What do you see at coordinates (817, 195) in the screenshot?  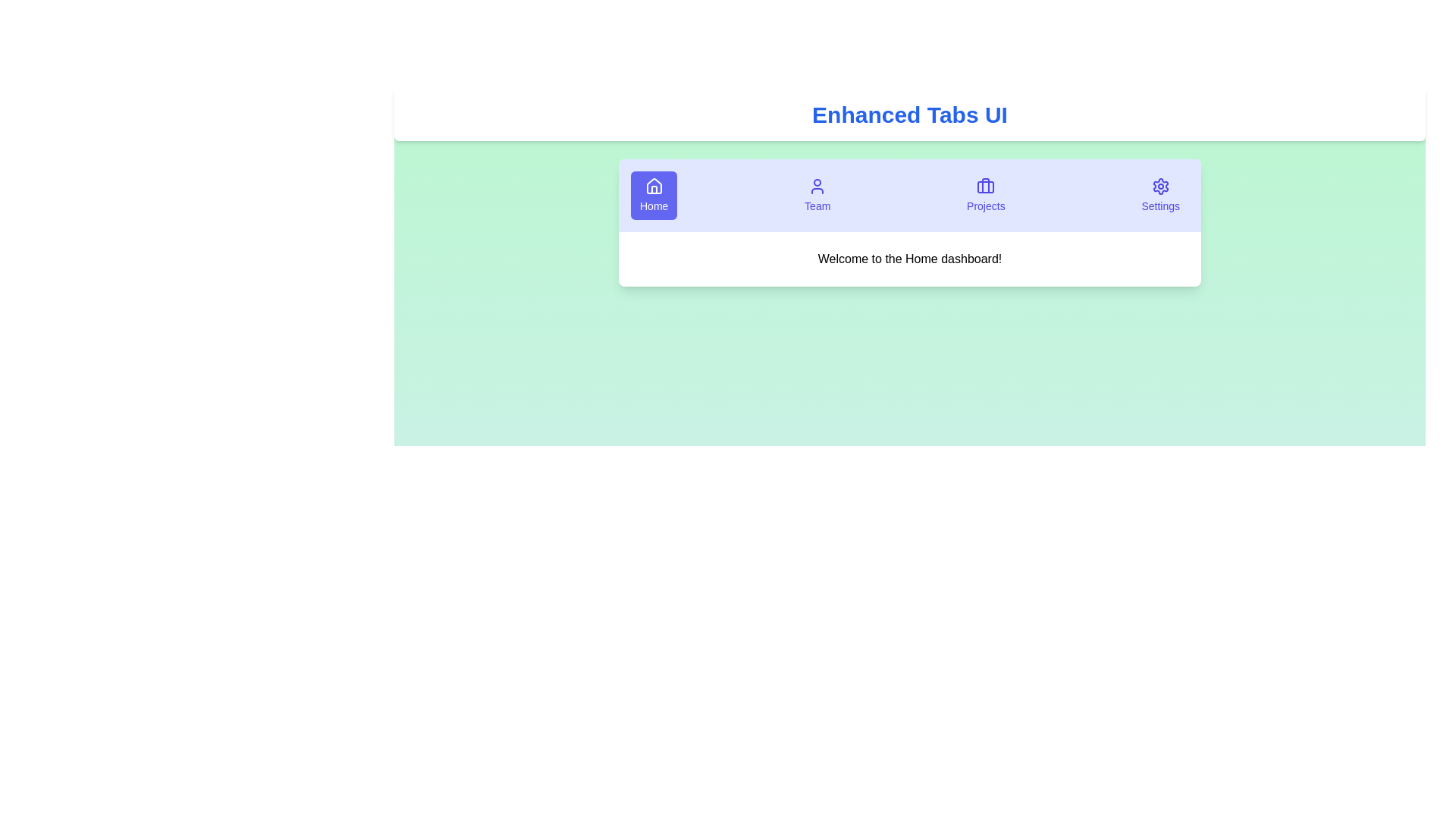 I see `the 'Team' button, which is visually represented by a user icon above the text label 'Team'` at bounding box center [817, 195].